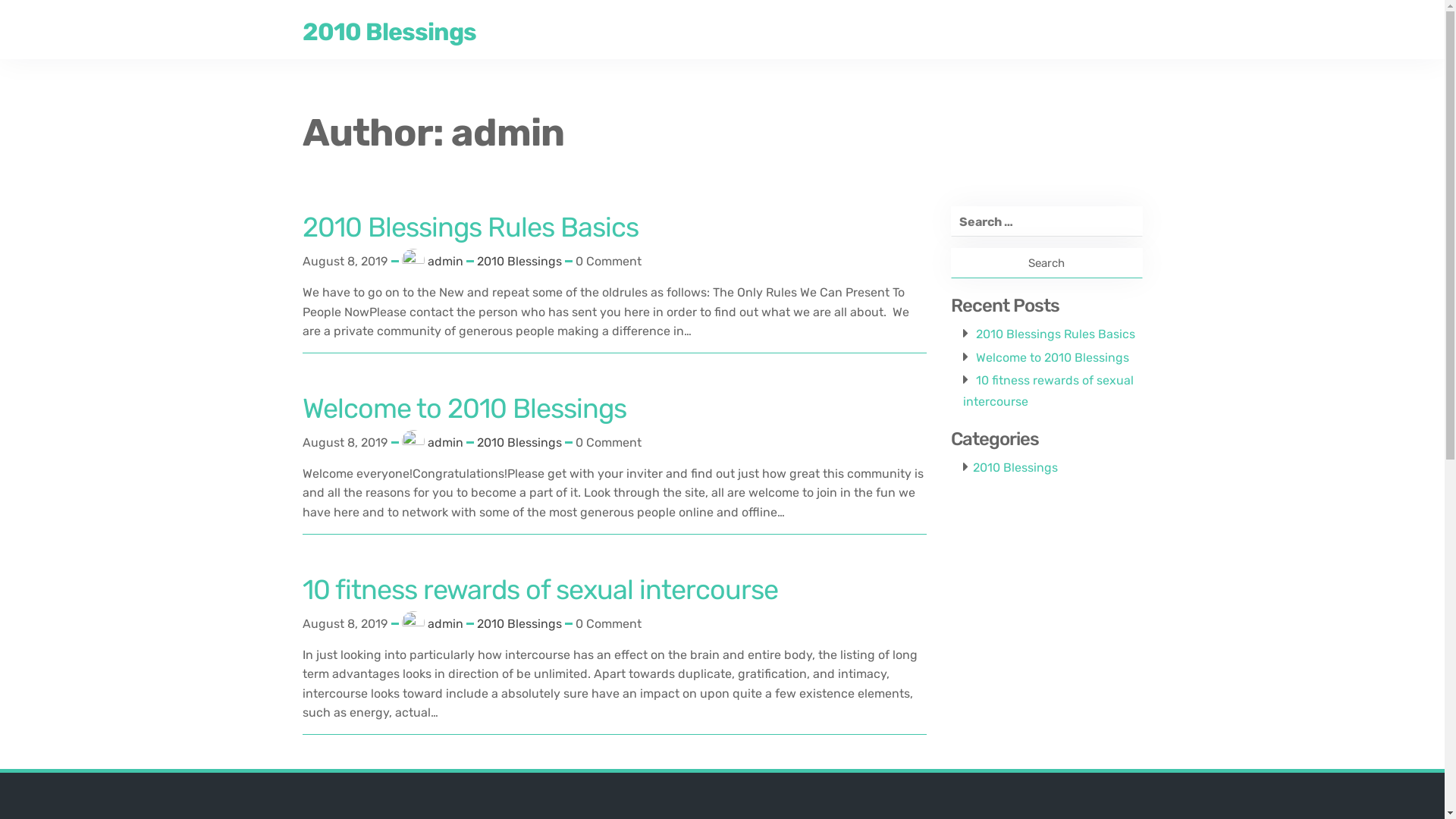 This screenshot has width=1456, height=819. Describe the element at coordinates (949, 262) in the screenshot. I see `'Search'` at that location.